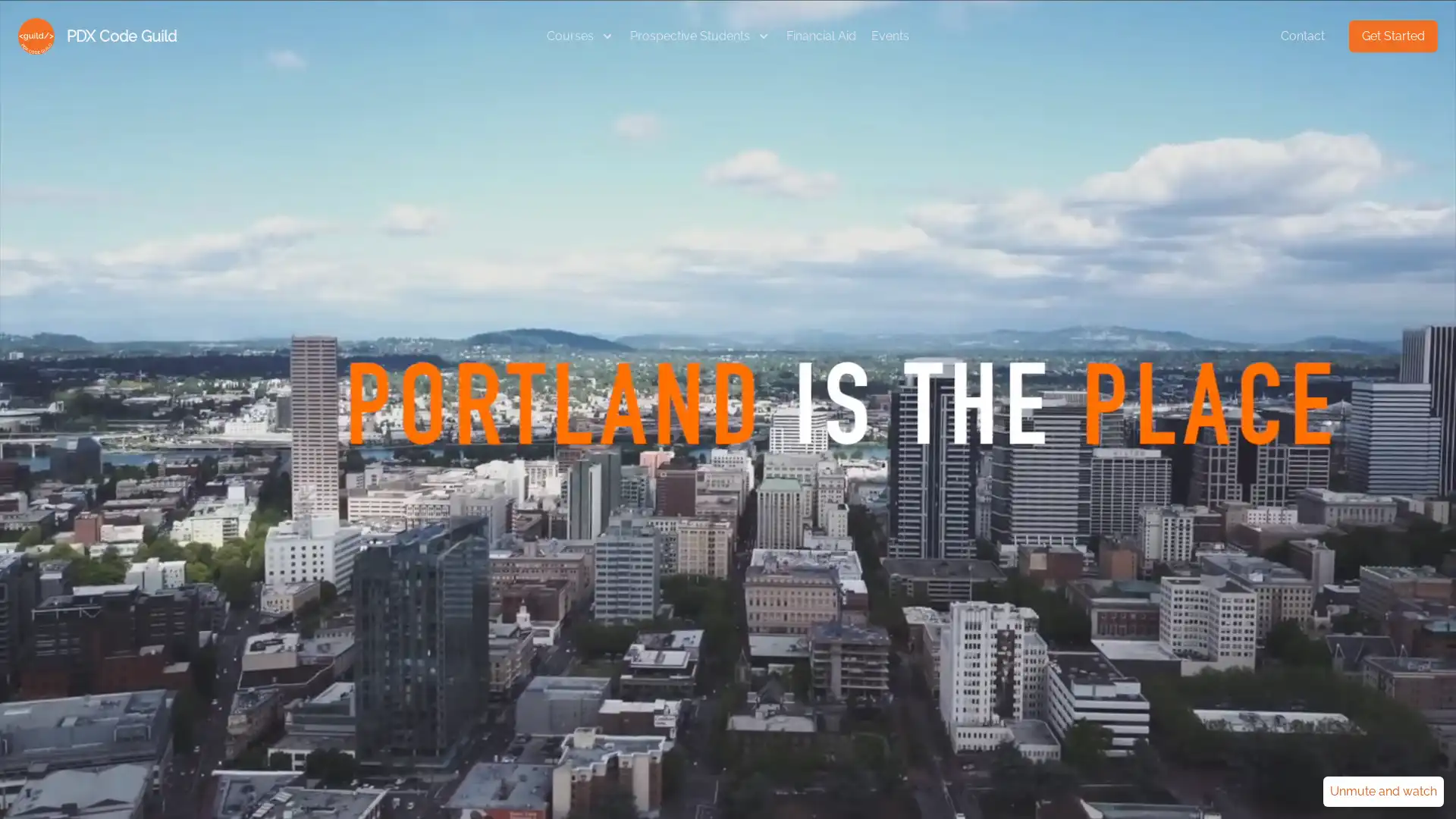 The image size is (1456, 819). What do you see at coordinates (890, 35) in the screenshot?
I see `Events` at bounding box center [890, 35].